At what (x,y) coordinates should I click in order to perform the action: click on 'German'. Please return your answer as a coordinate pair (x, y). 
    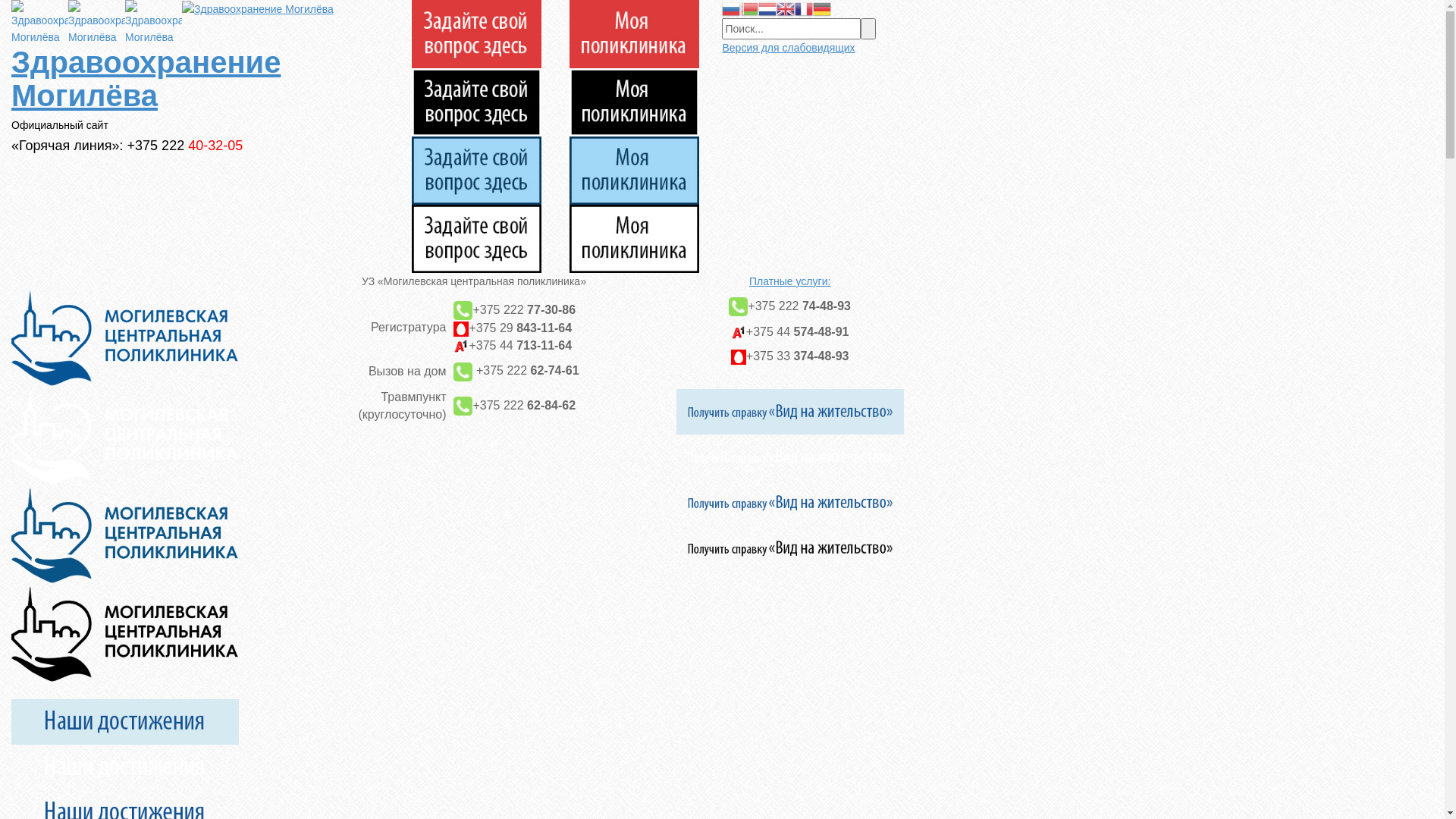
    Looking at the image, I should click on (821, 8).